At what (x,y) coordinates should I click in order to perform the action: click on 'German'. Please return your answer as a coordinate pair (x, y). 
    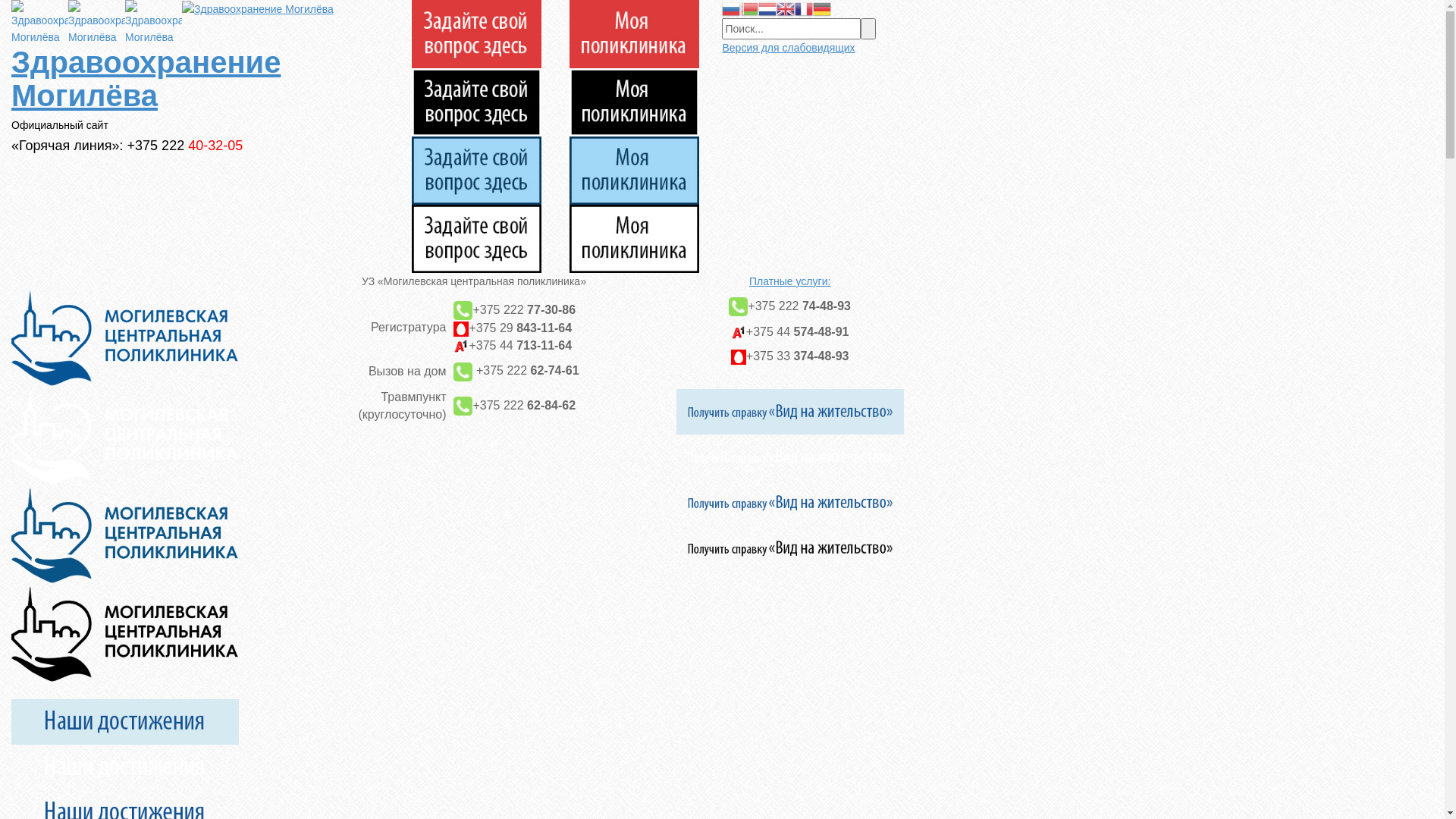
    Looking at the image, I should click on (821, 8).